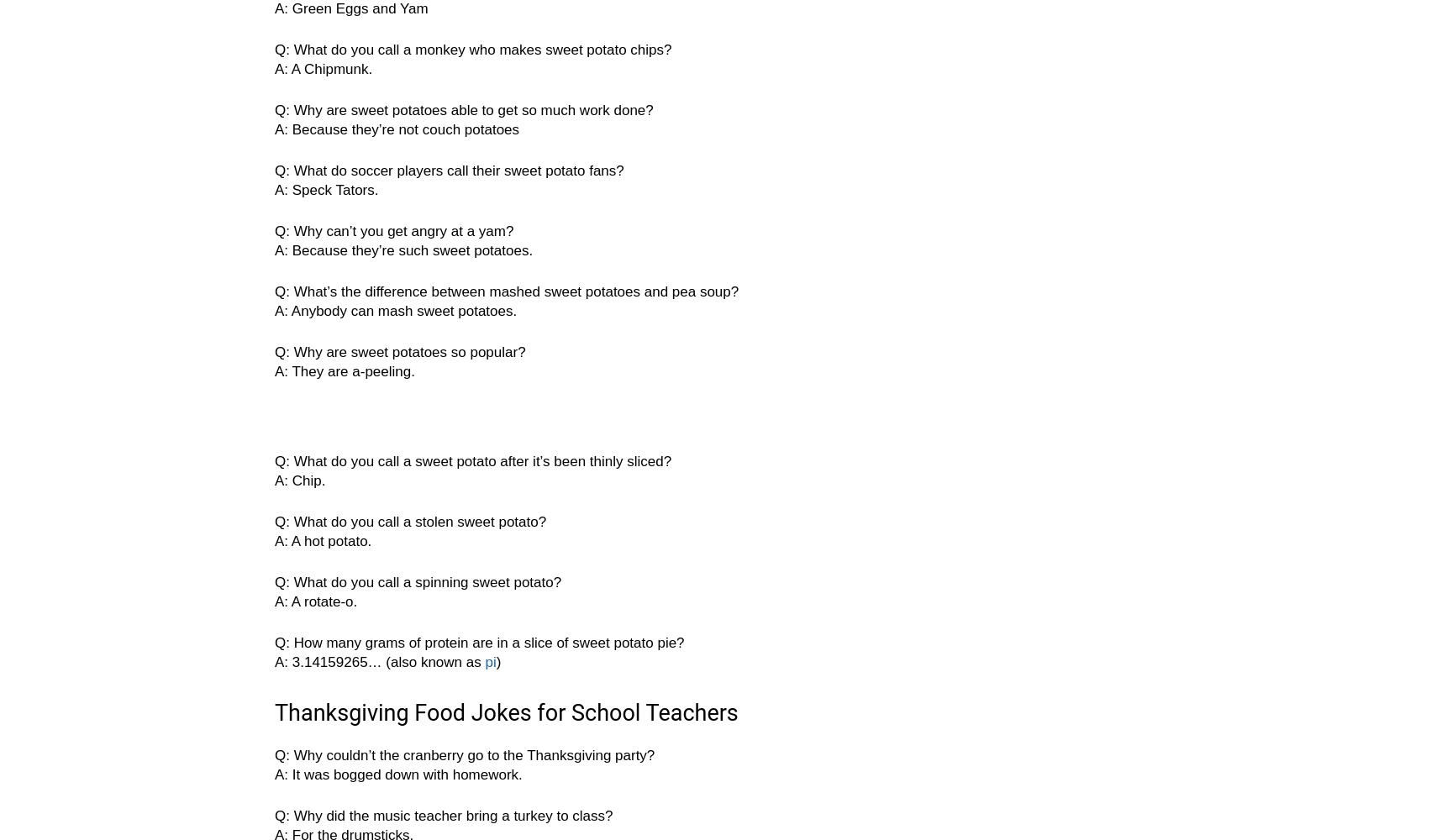 The image size is (1447, 840). Describe the element at coordinates (274, 370) in the screenshot. I see `'A: They are a-peeling.'` at that location.